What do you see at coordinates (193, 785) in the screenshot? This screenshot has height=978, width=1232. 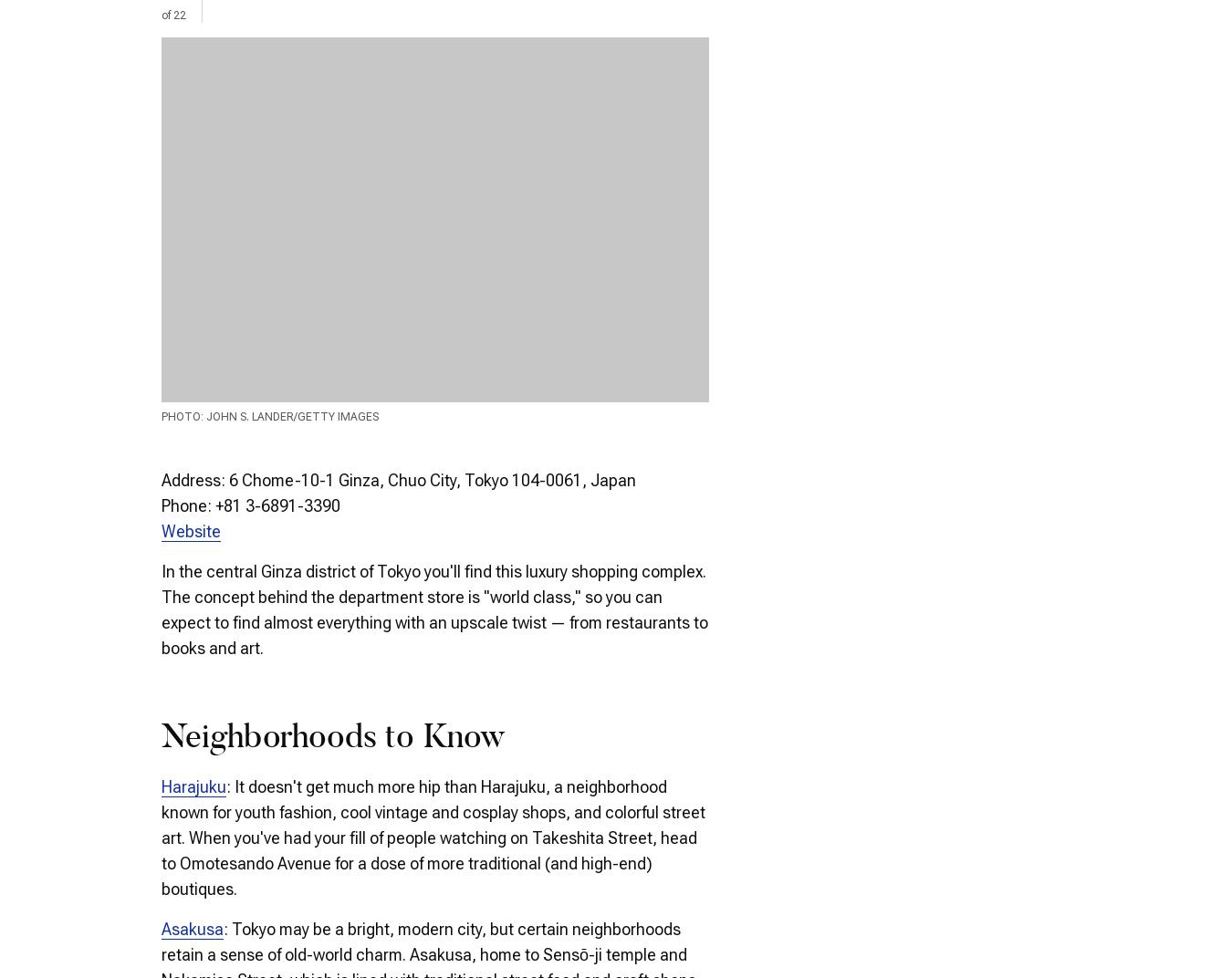 I see `'Harajuku'` at bounding box center [193, 785].